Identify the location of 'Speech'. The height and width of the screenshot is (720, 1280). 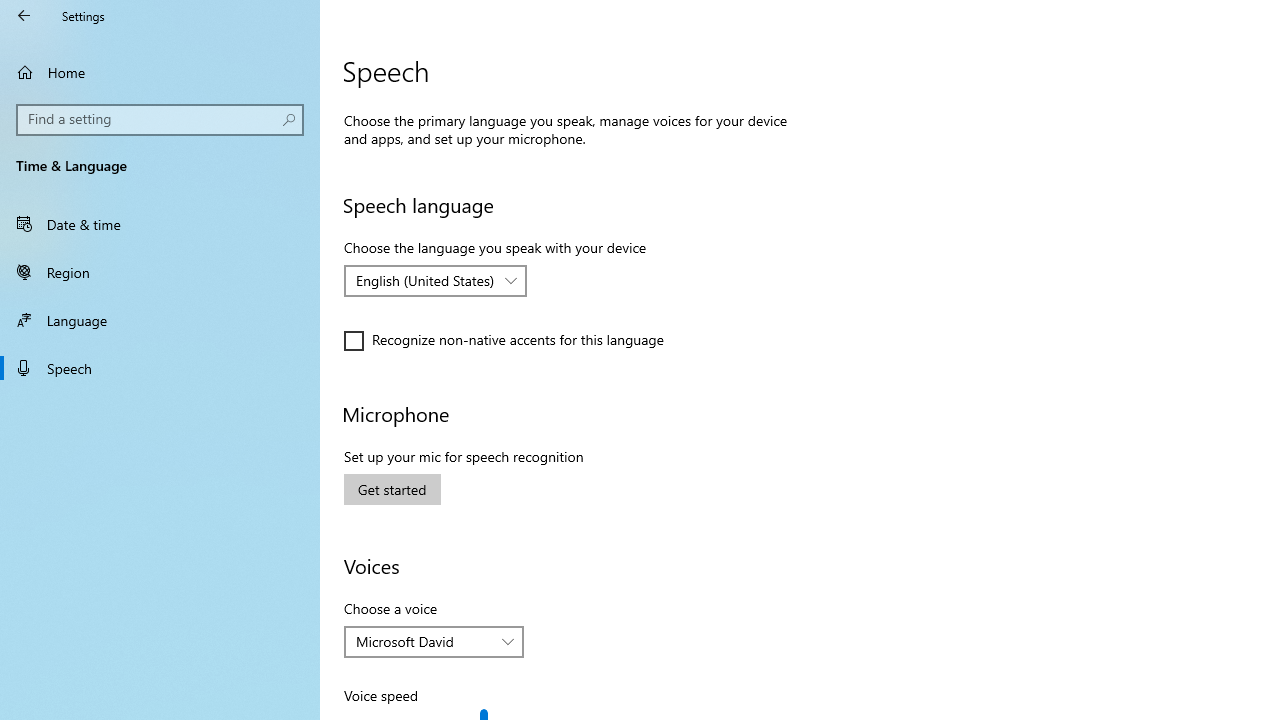
(160, 367).